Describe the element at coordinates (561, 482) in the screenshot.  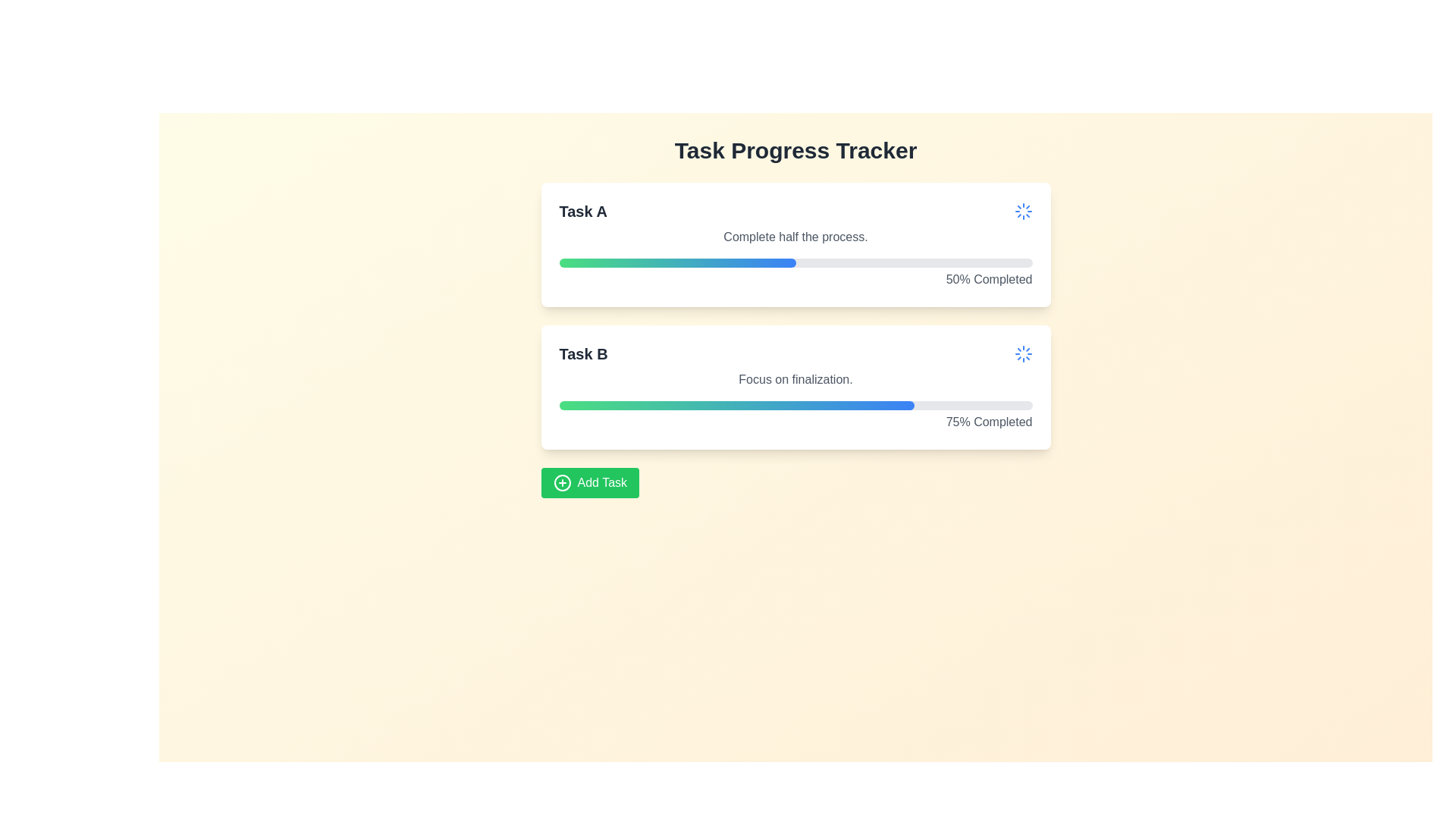
I see `the circular icon within the 'Add Task' button, which serves as a decorative element to assist with task addition recognition` at that location.